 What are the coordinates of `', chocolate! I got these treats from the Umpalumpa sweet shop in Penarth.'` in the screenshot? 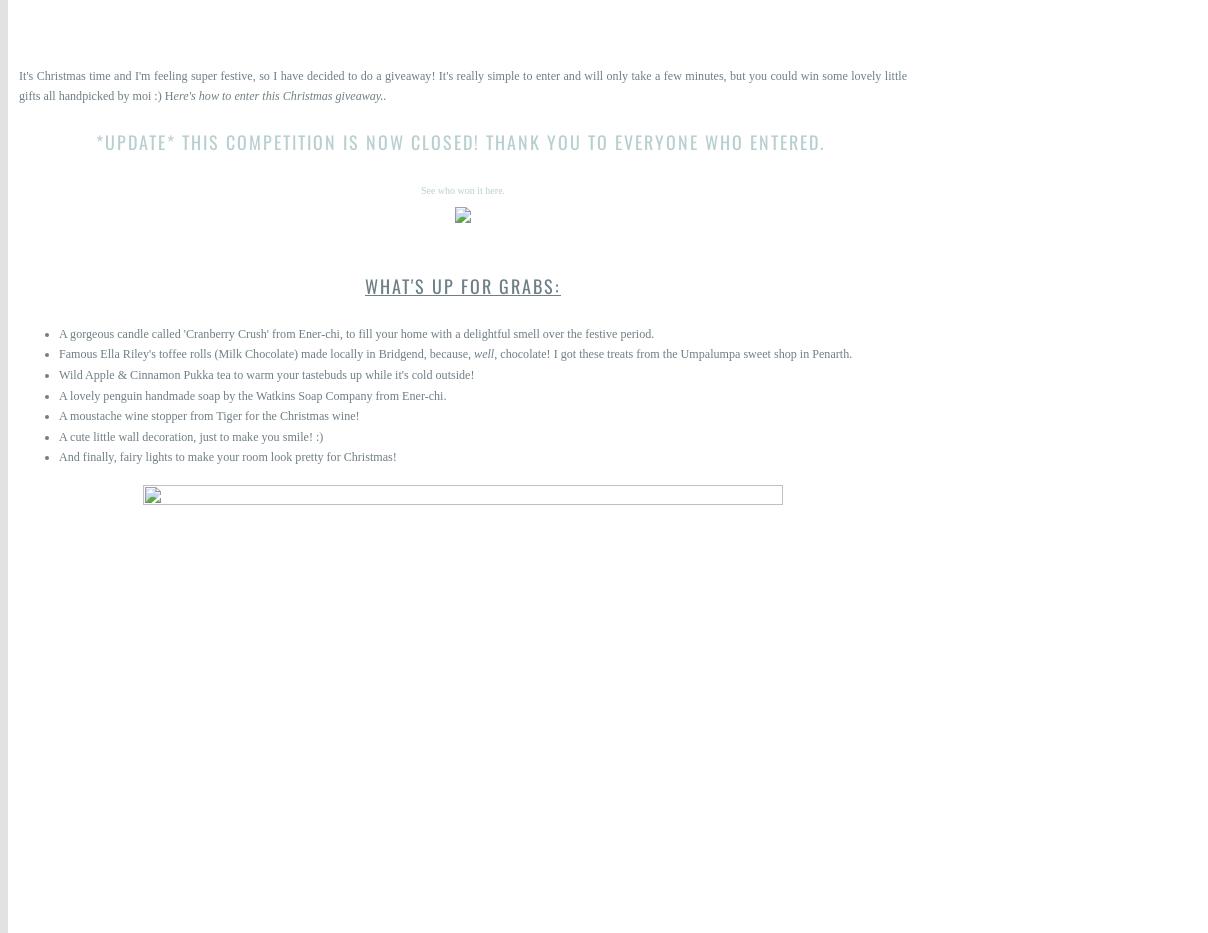 It's located at (673, 352).